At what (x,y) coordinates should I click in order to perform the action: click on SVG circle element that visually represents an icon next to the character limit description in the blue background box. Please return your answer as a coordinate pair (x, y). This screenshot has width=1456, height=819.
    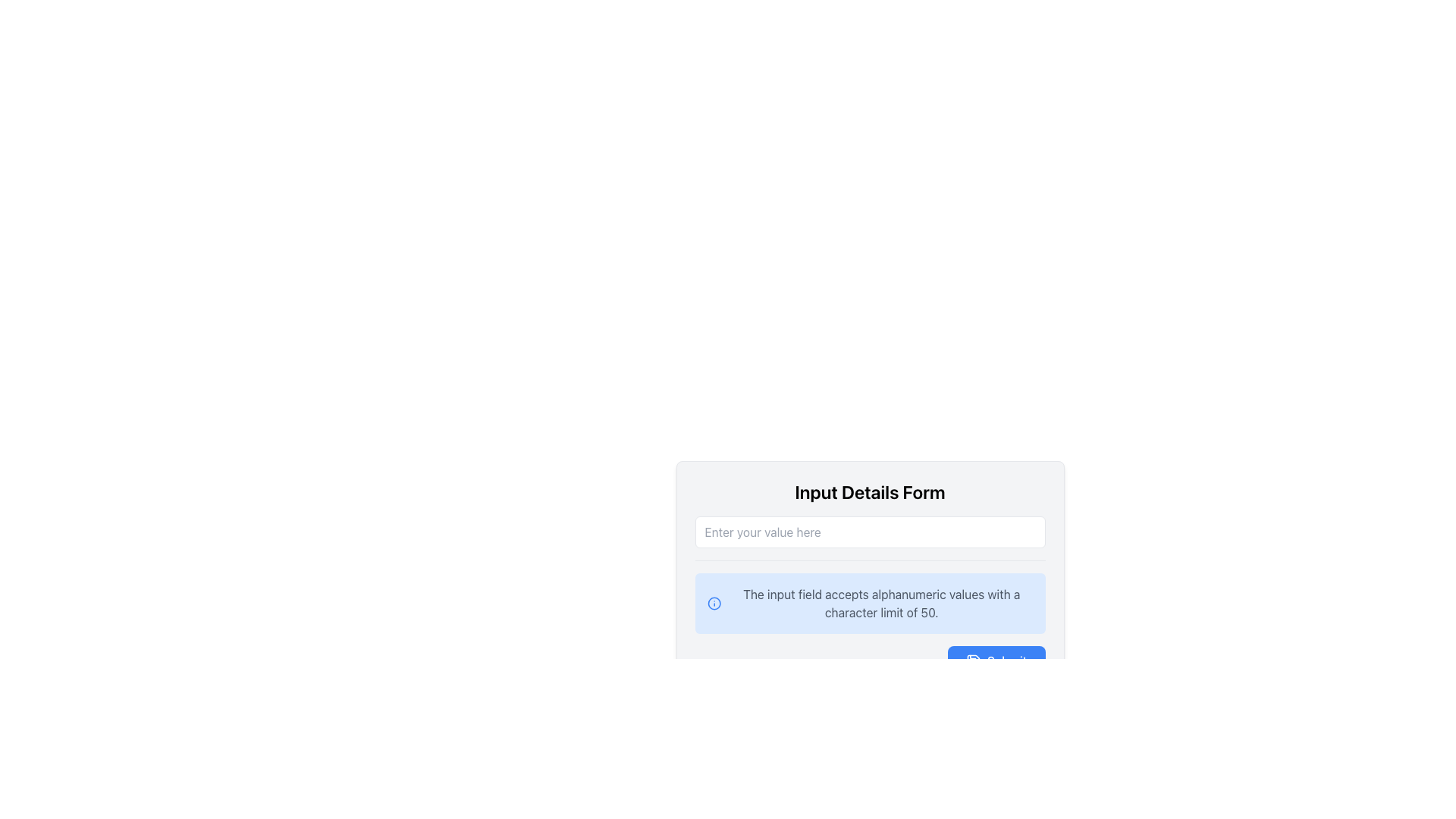
    Looking at the image, I should click on (713, 602).